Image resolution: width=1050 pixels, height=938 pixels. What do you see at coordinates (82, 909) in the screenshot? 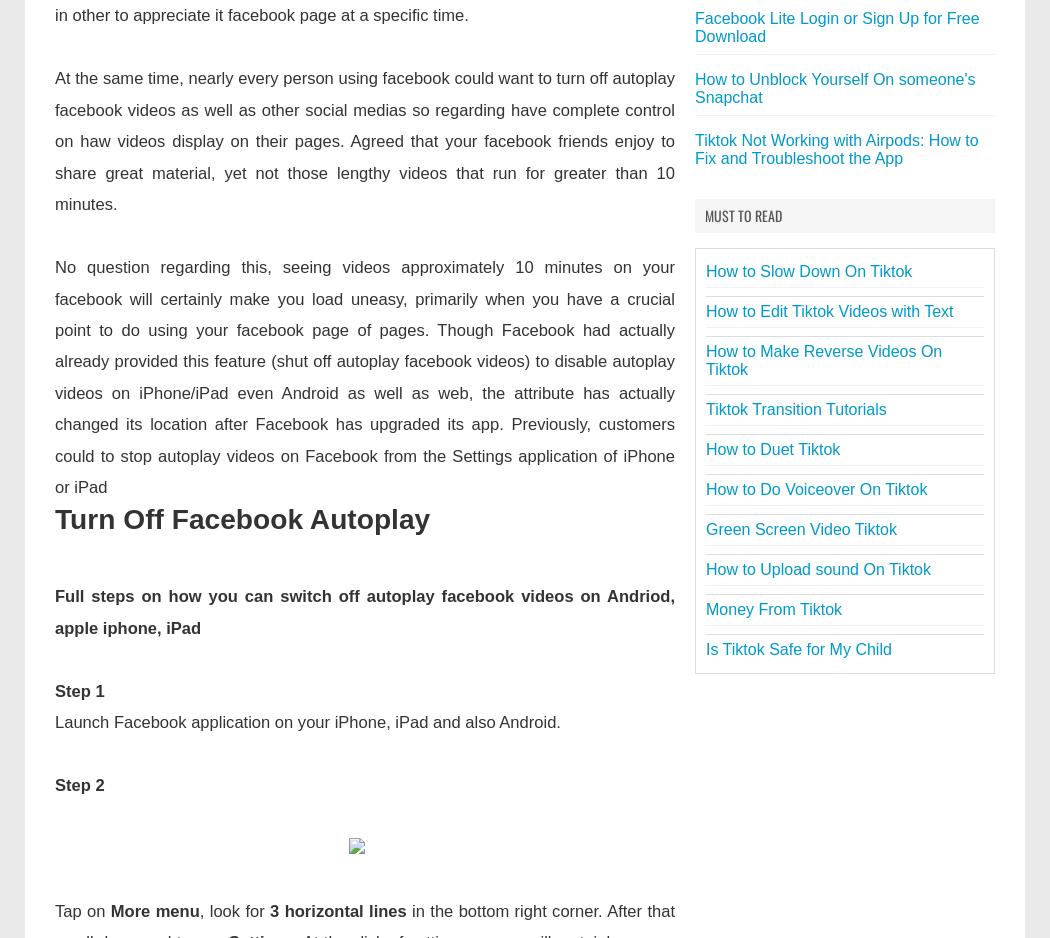
I see `'Tap on'` at bounding box center [82, 909].